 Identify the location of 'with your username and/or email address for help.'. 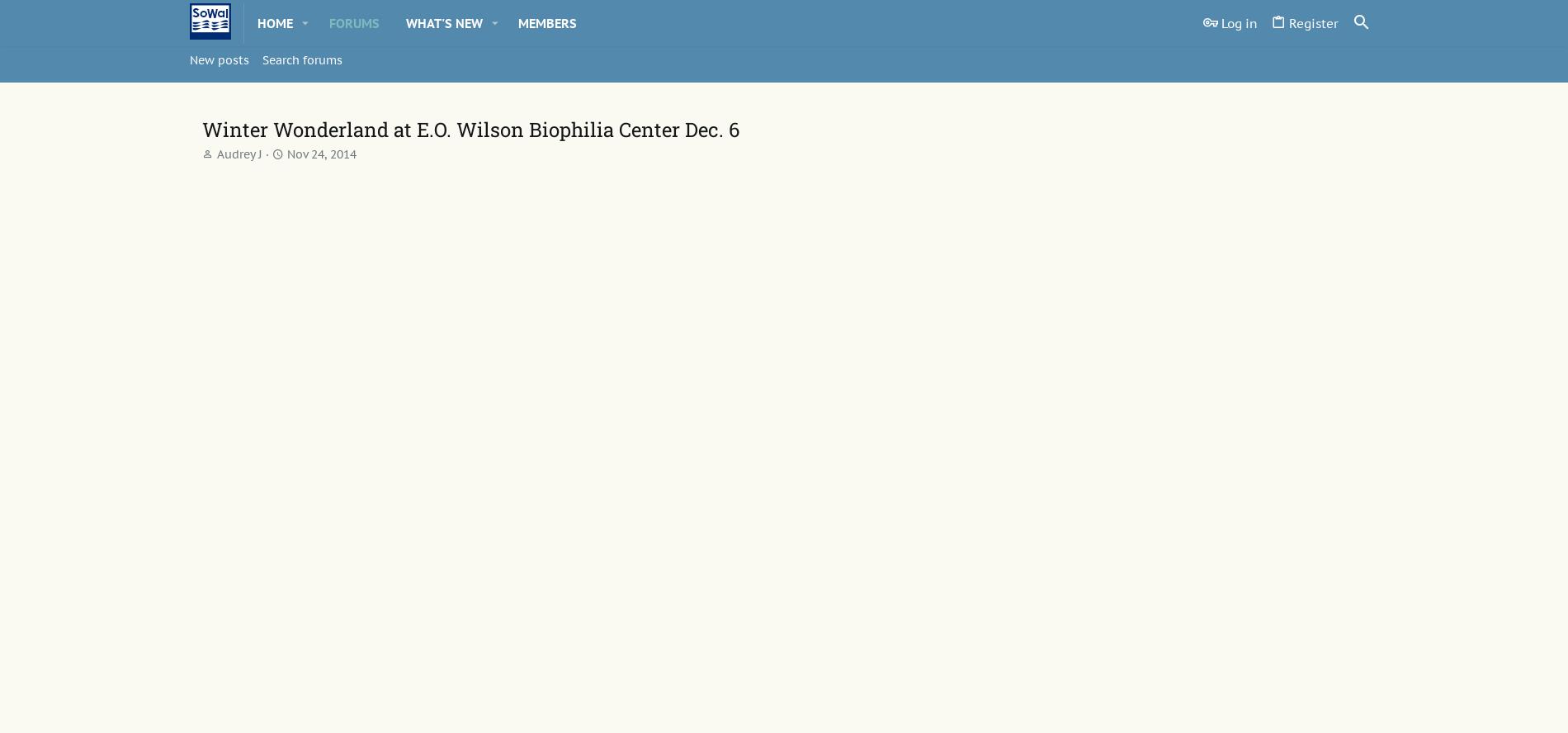
(626, 206).